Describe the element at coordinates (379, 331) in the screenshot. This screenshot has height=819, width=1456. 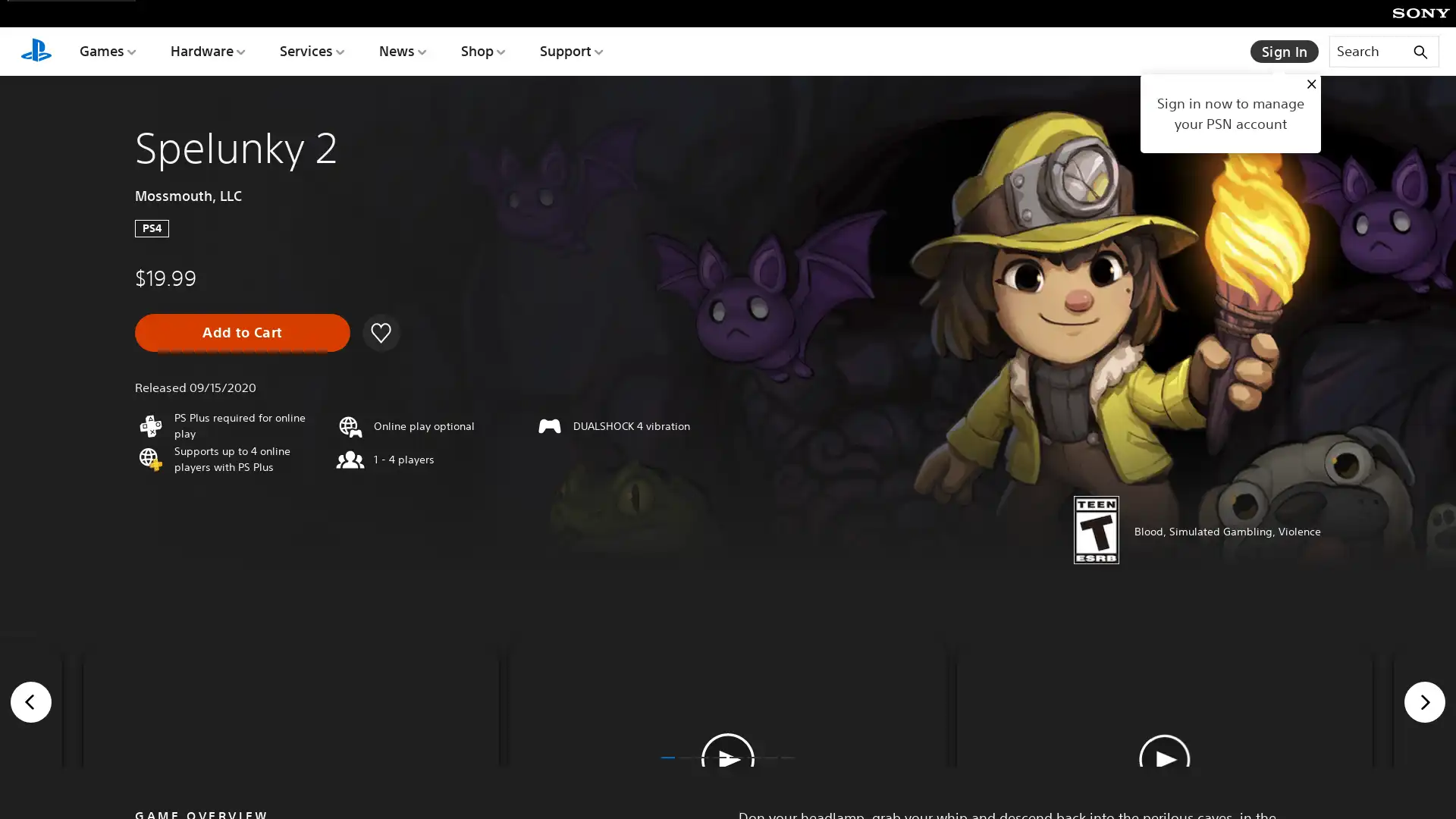
I see `Add to Wishlist` at that location.